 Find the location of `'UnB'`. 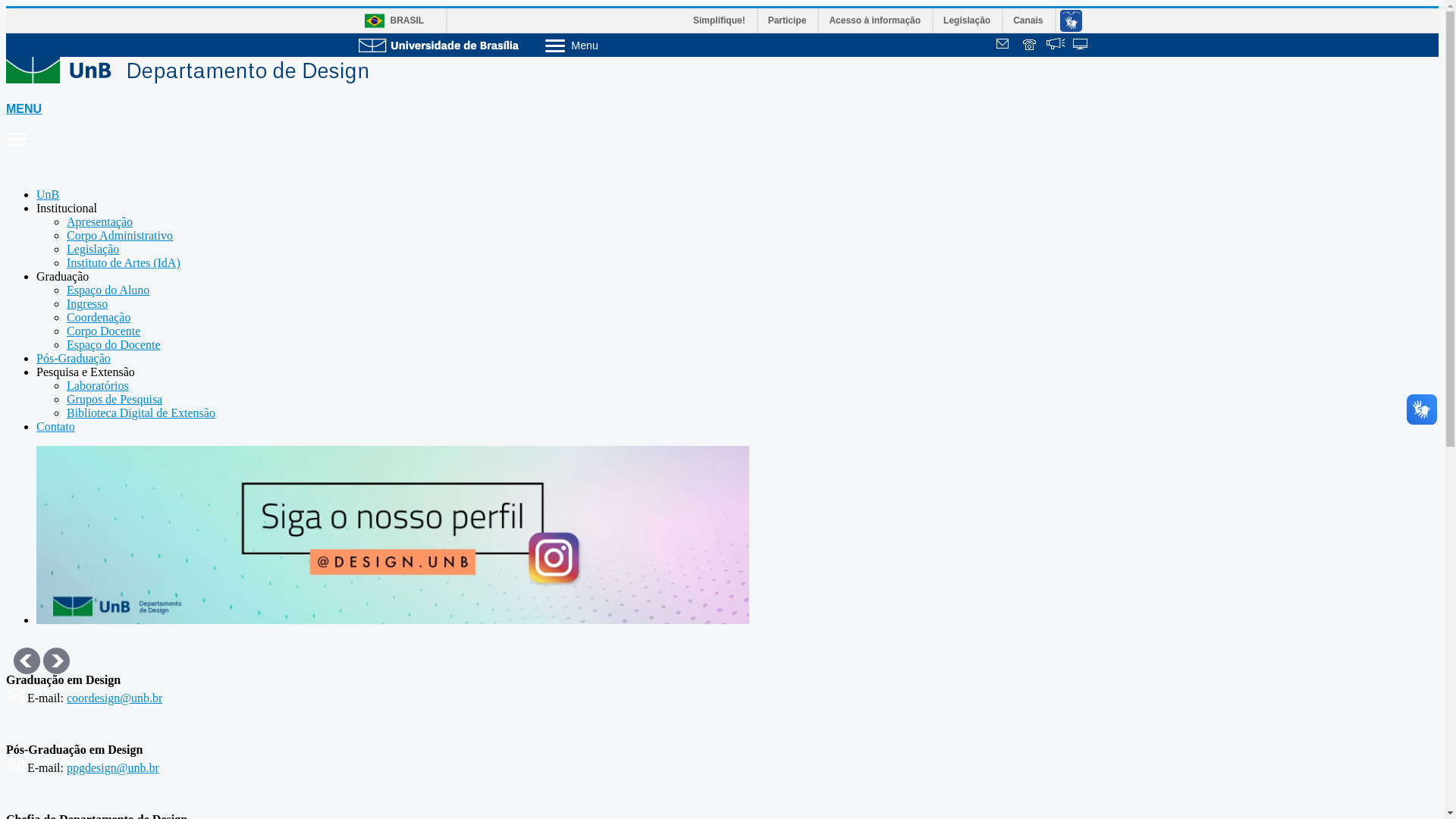

'UnB' is located at coordinates (47, 193).